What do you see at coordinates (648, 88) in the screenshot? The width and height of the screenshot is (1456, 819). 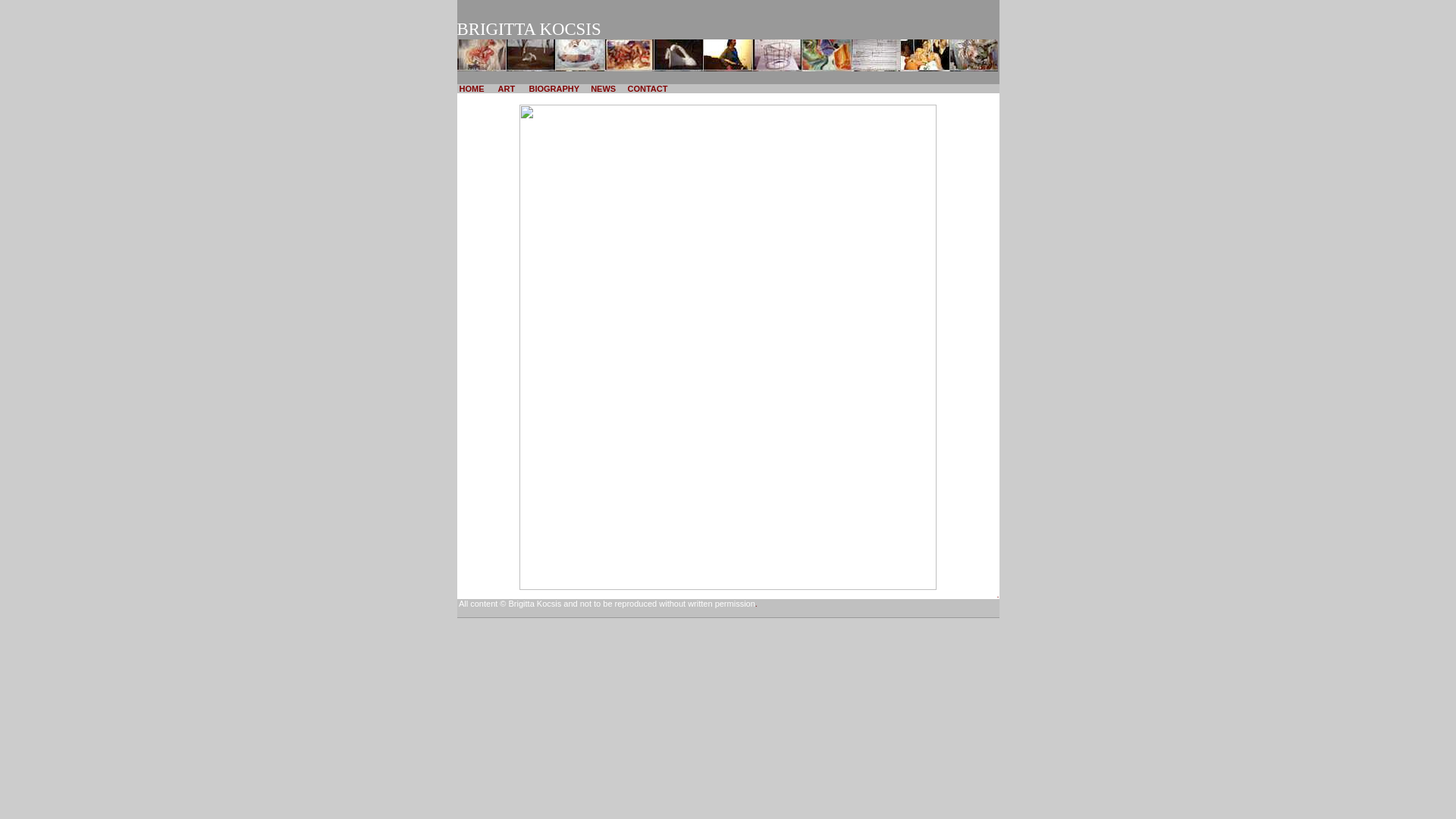 I see `'CONTACT '` at bounding box center [648, 88].